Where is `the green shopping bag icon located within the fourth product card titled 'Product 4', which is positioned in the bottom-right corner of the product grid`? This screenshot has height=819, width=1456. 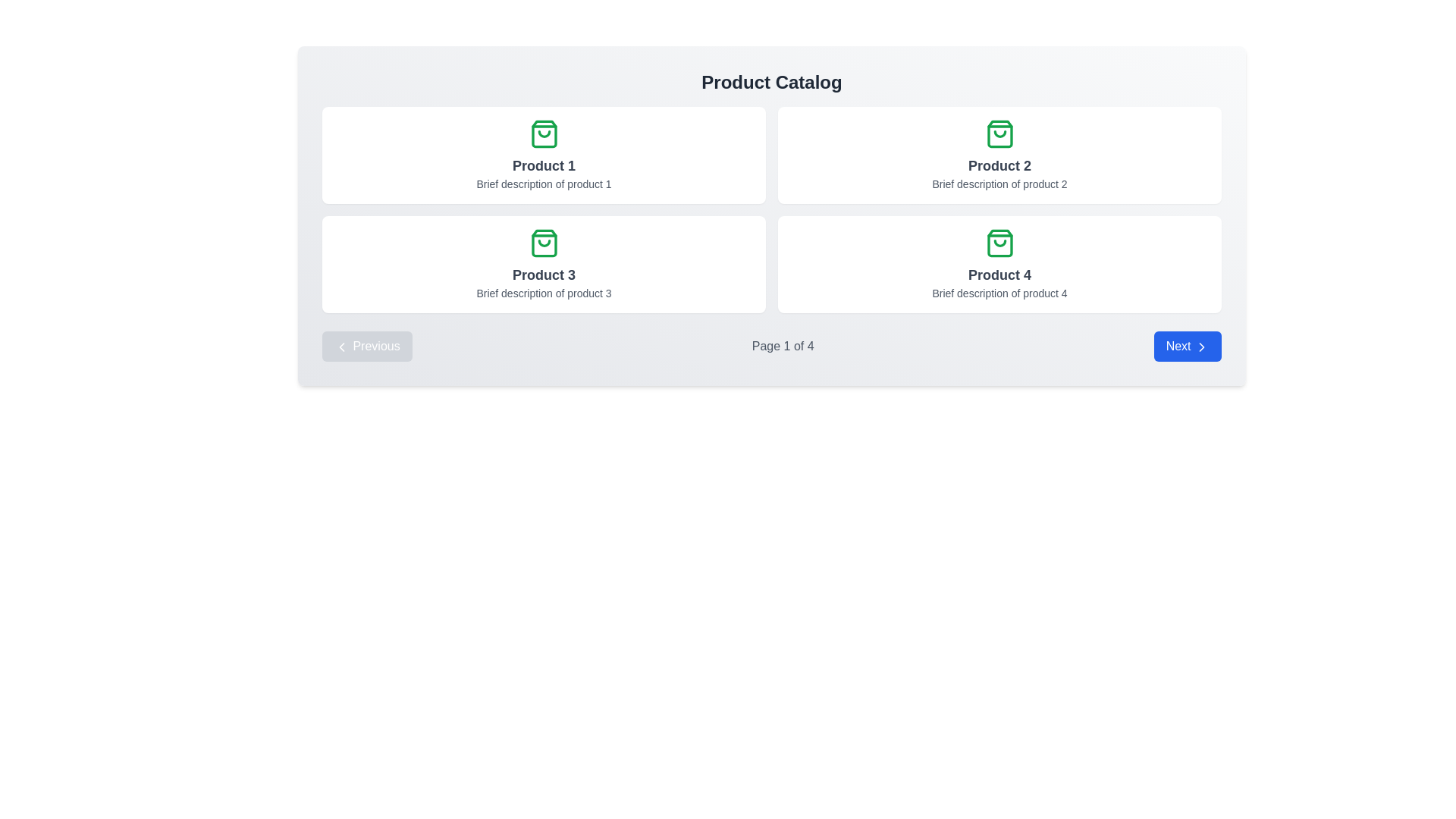
the green shopping bag icon located within the fourth product card titled 'Product 4', which is positioned in the bottom-right corner of the product grid is located at coordinates (999, 242).